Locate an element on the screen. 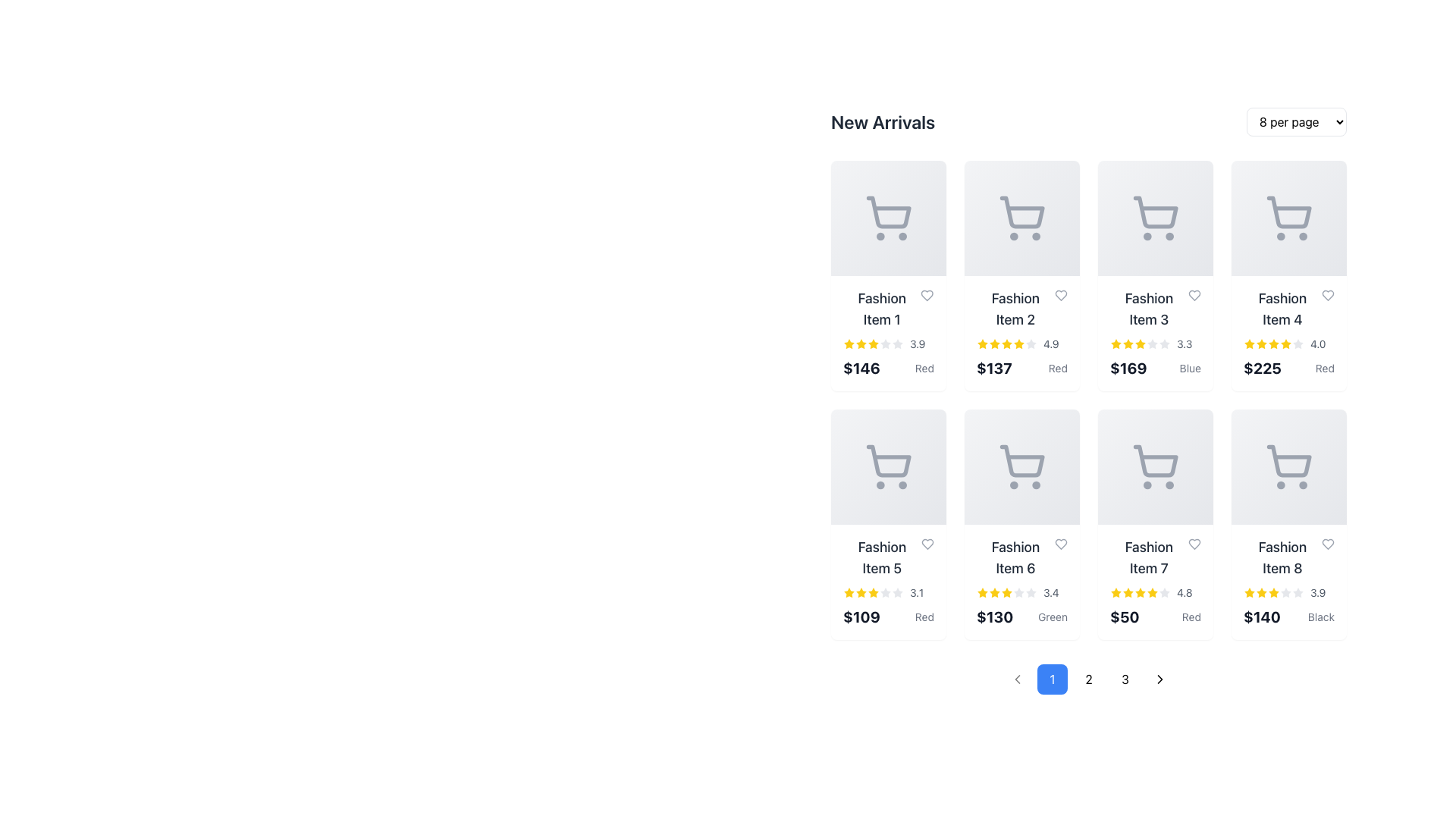 Image resolution: width=1456 pixels, height=819 pixels. the first star icon in the rating system for Fashion Item 8 is located at coordinates (1249, 592).